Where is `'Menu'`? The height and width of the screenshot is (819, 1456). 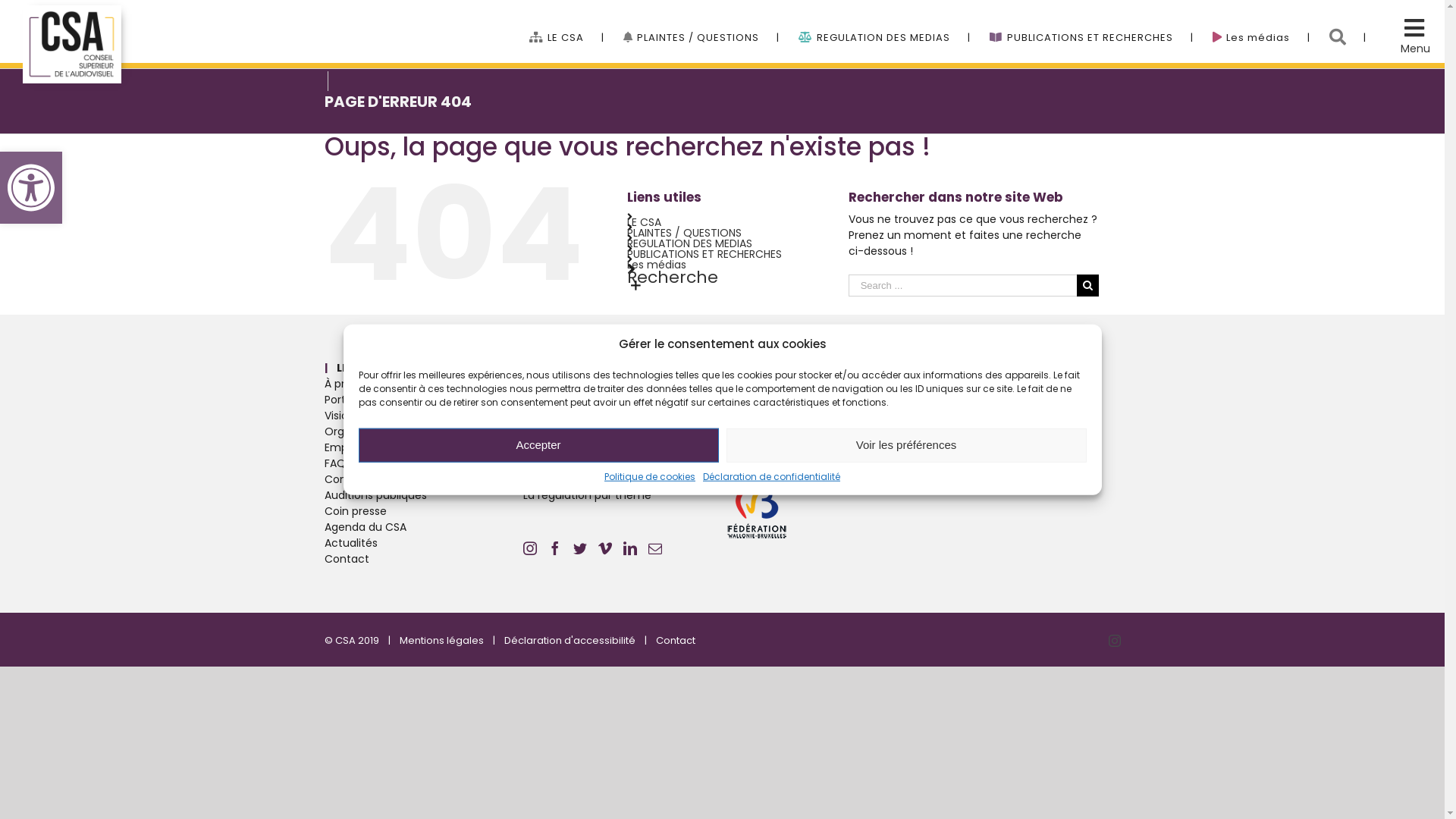 'Menu' is located at coordinates (1414, 48).